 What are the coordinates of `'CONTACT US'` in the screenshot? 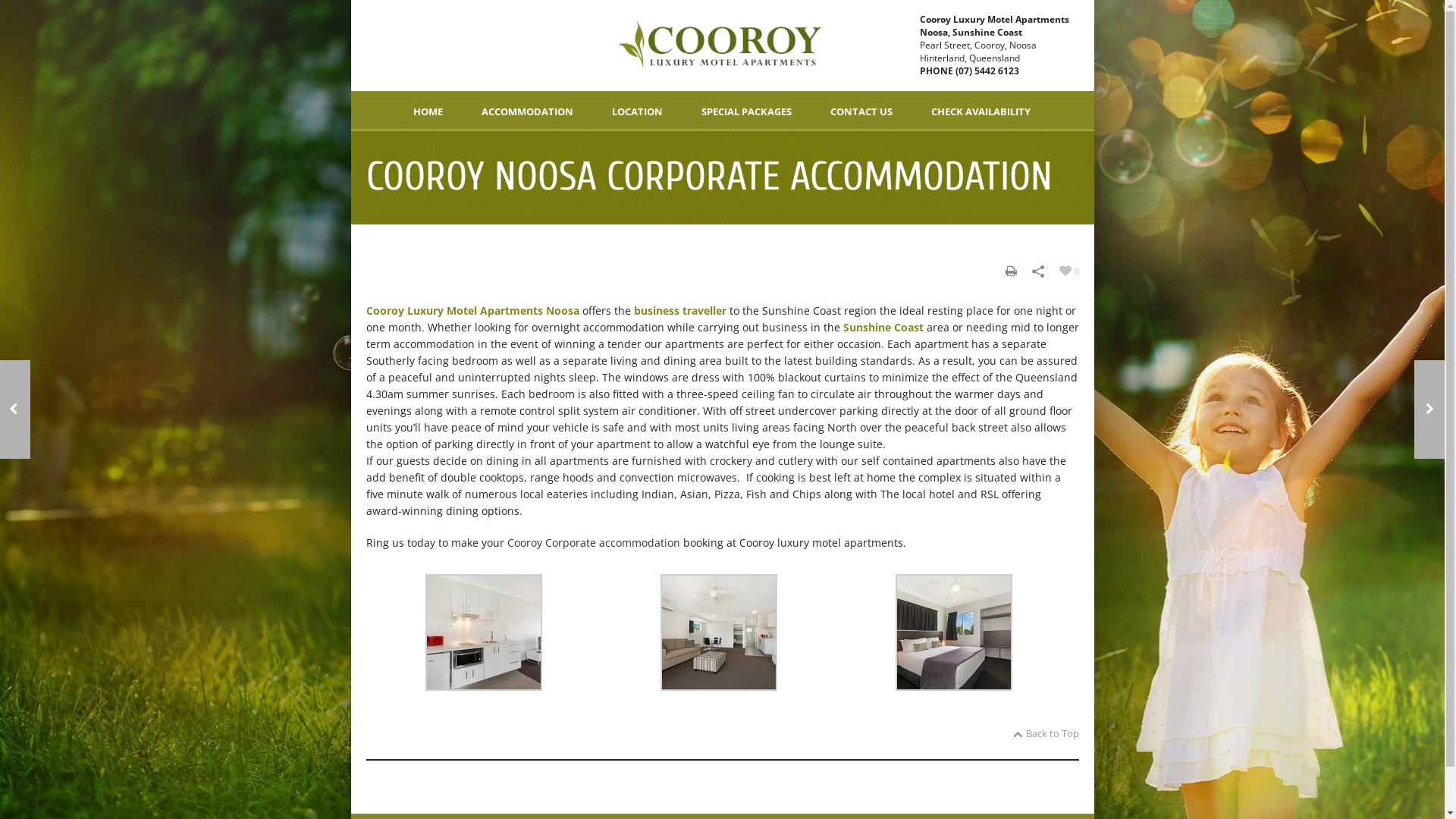 It's located at (861, 110).